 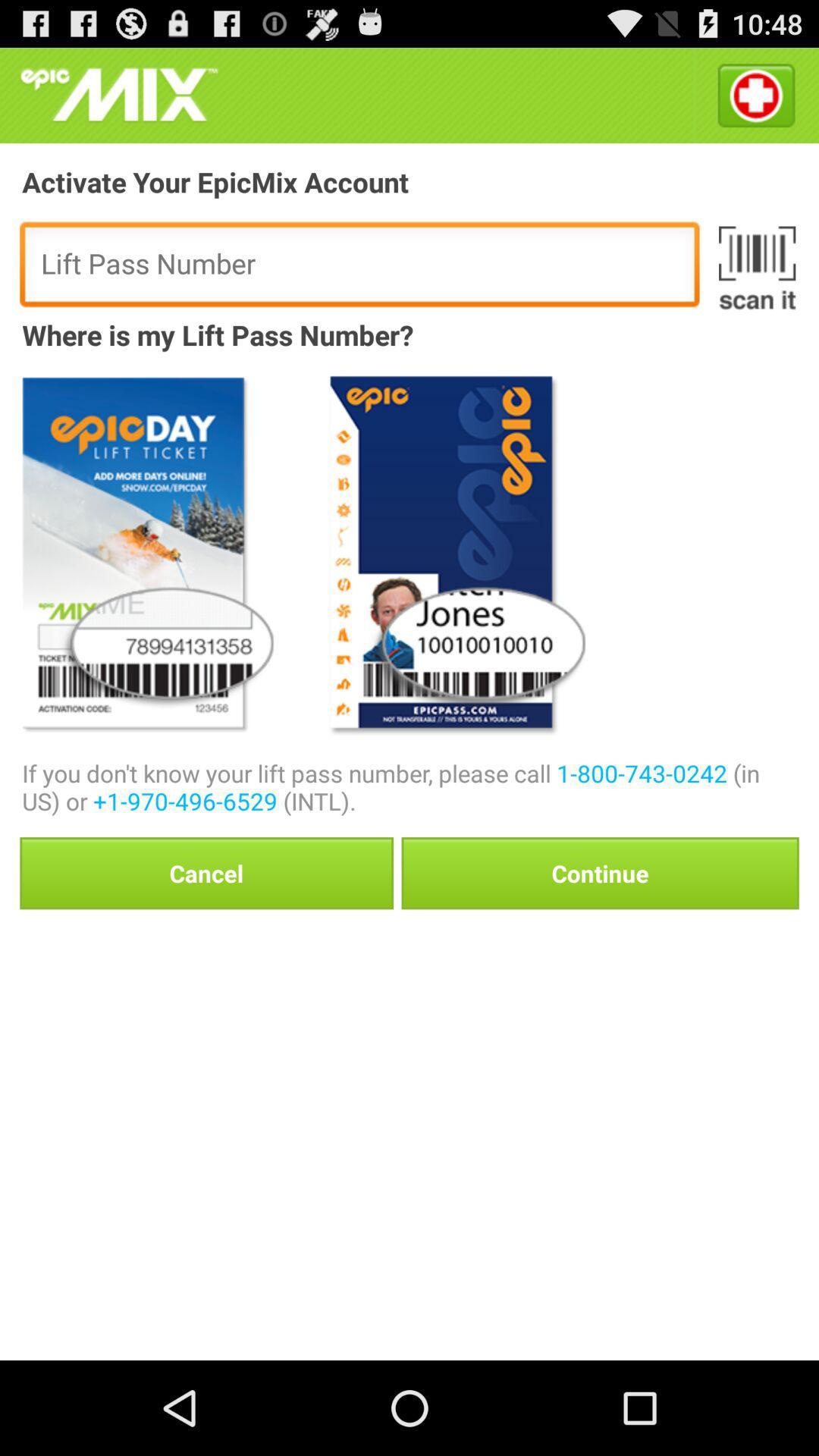 What do you see at coordinates (599, 873) in the screenshot?
I see `the button to the right of cancel` at bounding box center [599, 873].